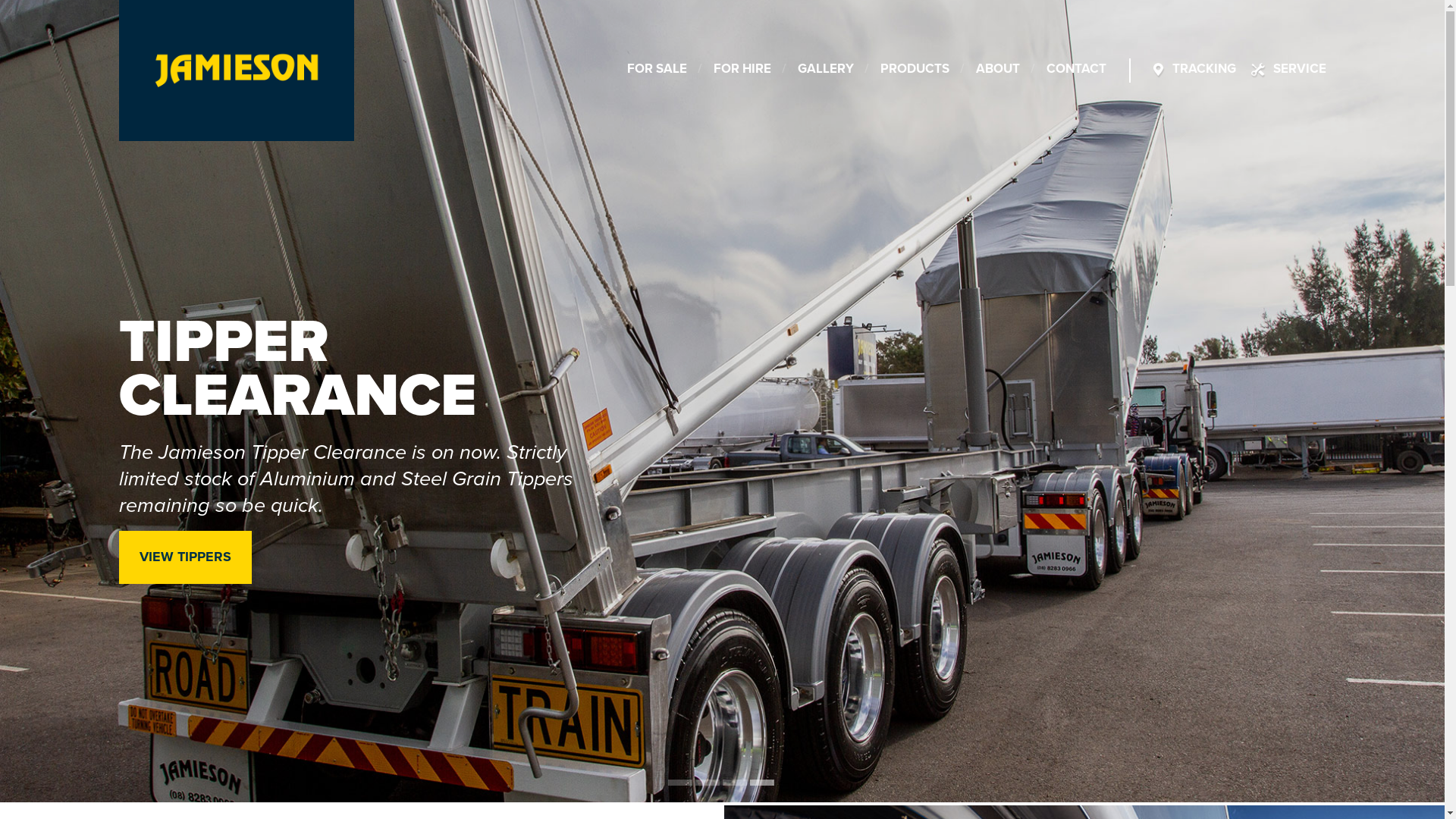  What do you see at coordinates (184, 557) in the screenshot?
I see `'VIEW TIPPERS'` at bounding box center [184, 557].